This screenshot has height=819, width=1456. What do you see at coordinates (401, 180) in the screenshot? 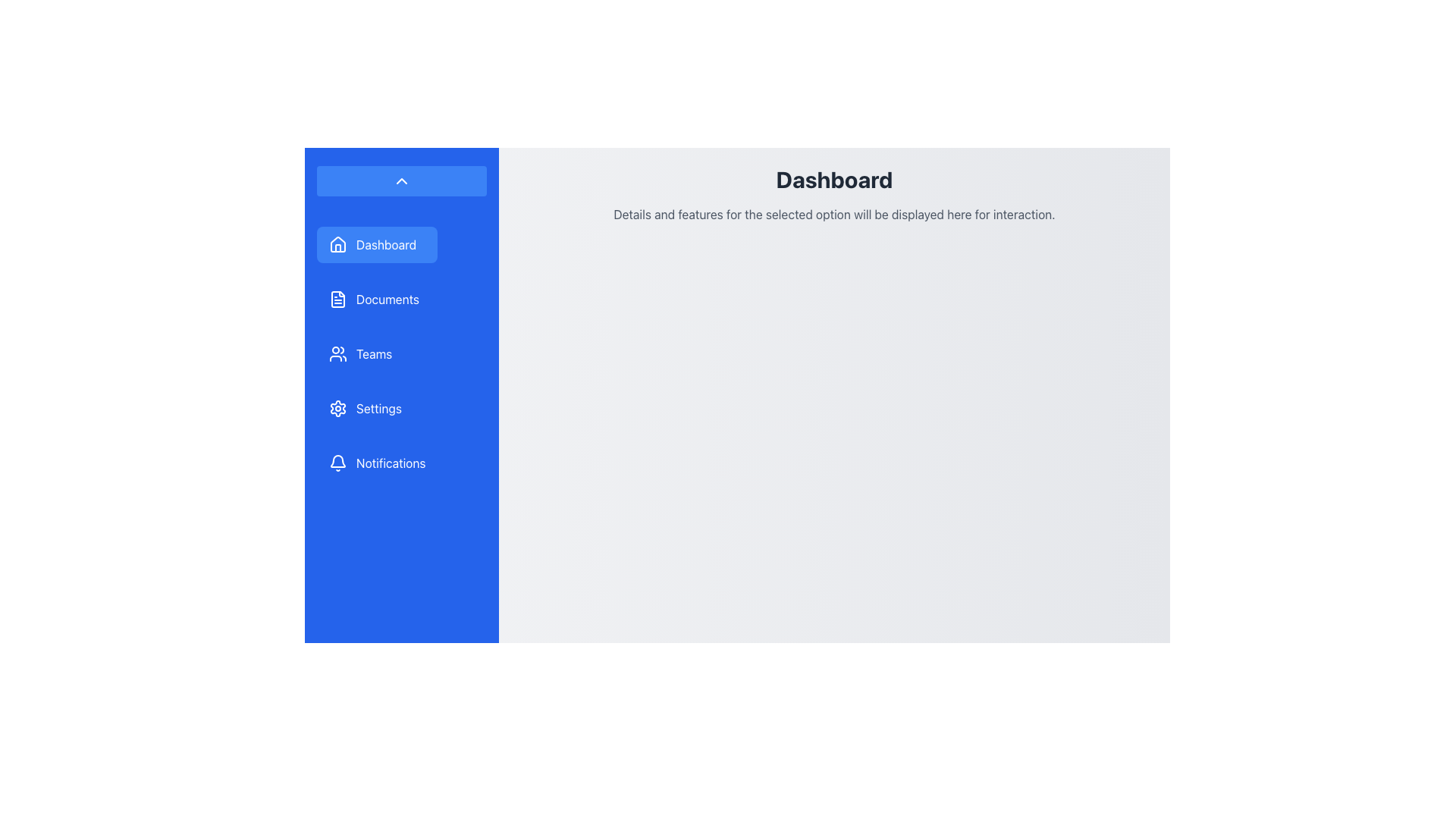
I see `the toggle button located at the top of the sidebar` at bounding box center [401, 180].